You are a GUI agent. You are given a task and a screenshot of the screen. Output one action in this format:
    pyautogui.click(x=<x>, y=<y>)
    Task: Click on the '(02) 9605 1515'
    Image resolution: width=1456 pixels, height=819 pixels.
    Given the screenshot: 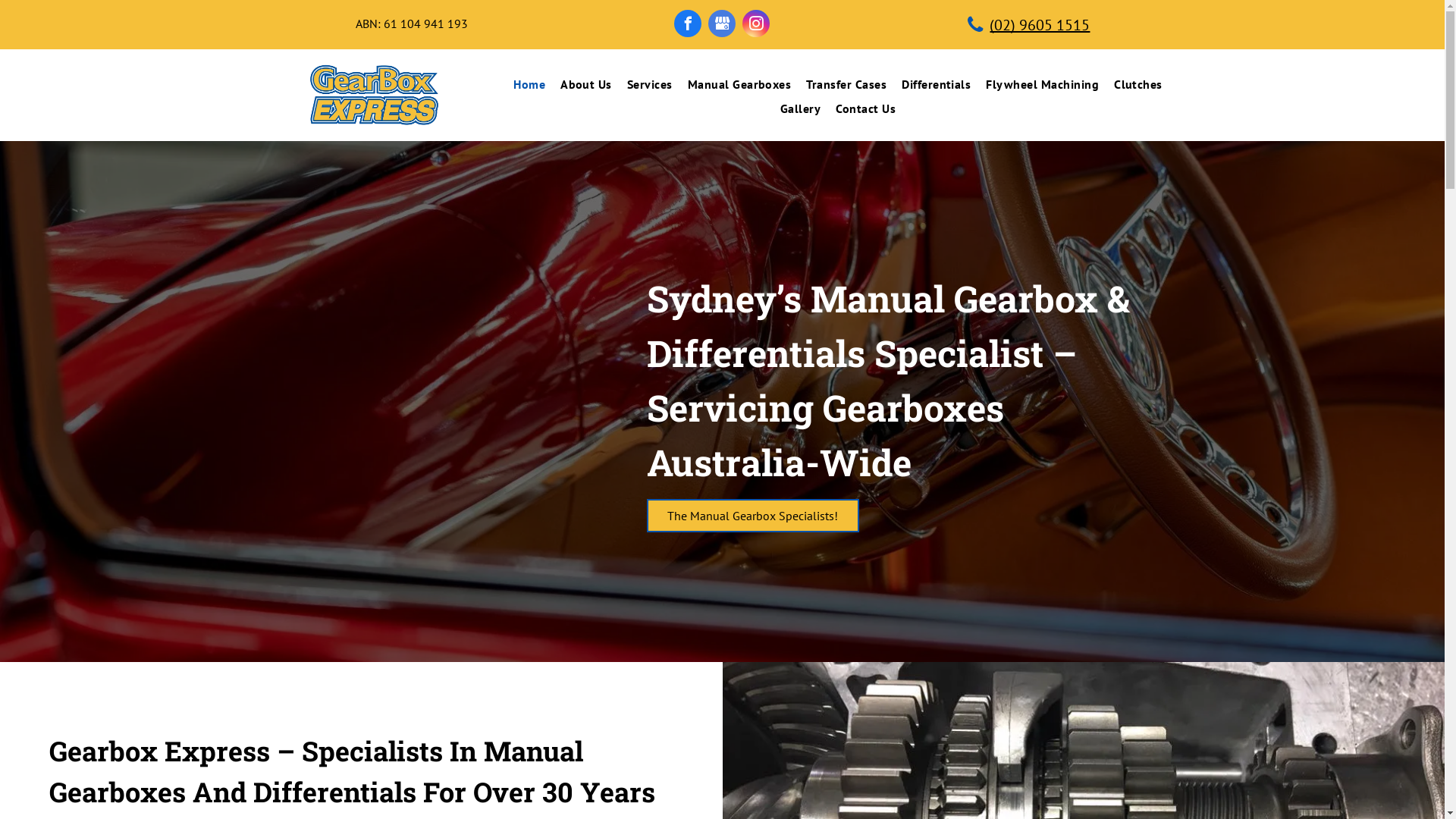 What is the action you would take?
    pyautogui.click(x=1031, y=24)
    